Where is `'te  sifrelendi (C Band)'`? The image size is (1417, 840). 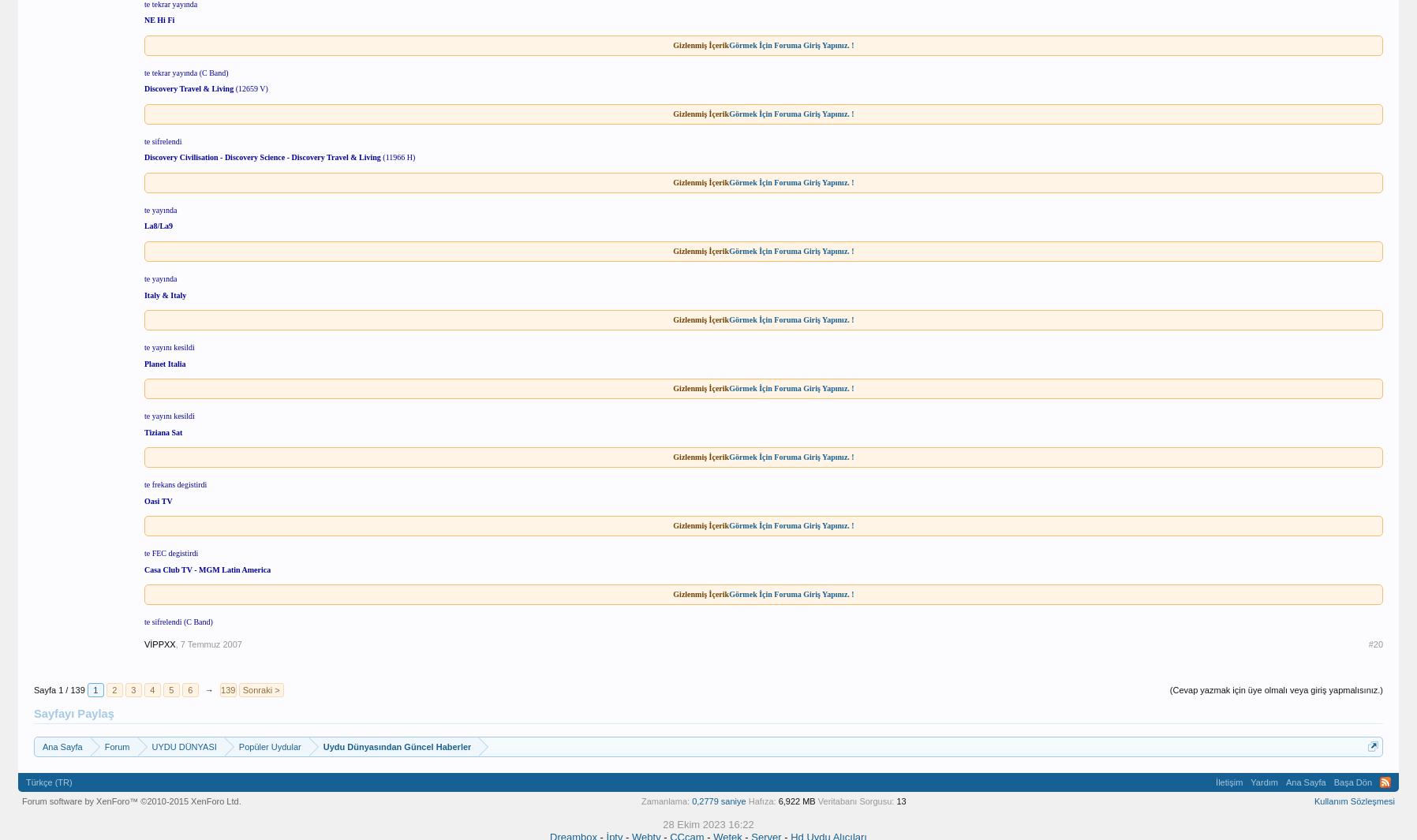 'te  sifrelendi (C Band)' is located at coordinates (177, 622).